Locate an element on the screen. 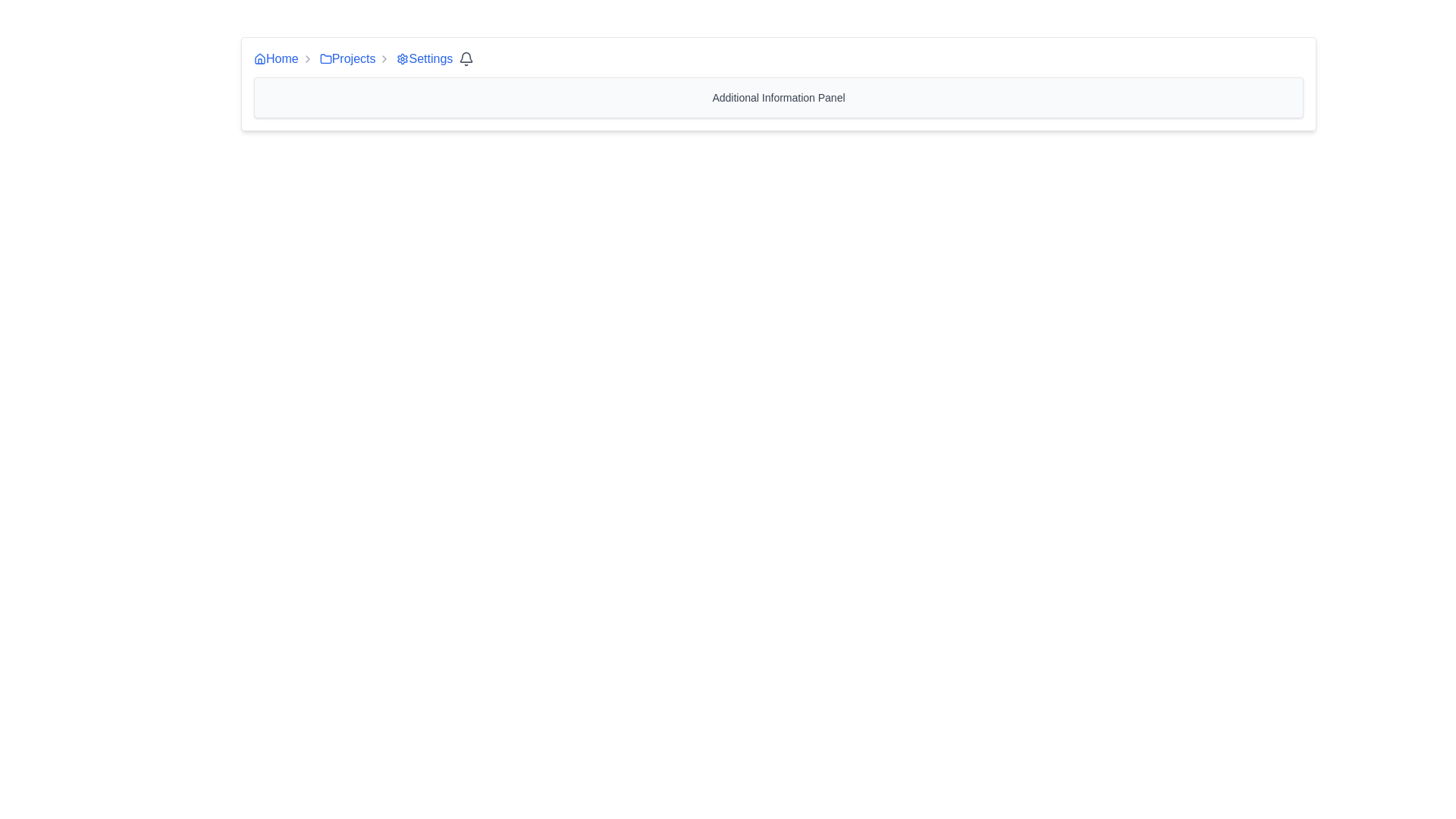 The width and height of the screenshot is (1456, 819). the 'Home' text label, which is styled in blue and located within the navigation bar is located at coordinates (282, 58).